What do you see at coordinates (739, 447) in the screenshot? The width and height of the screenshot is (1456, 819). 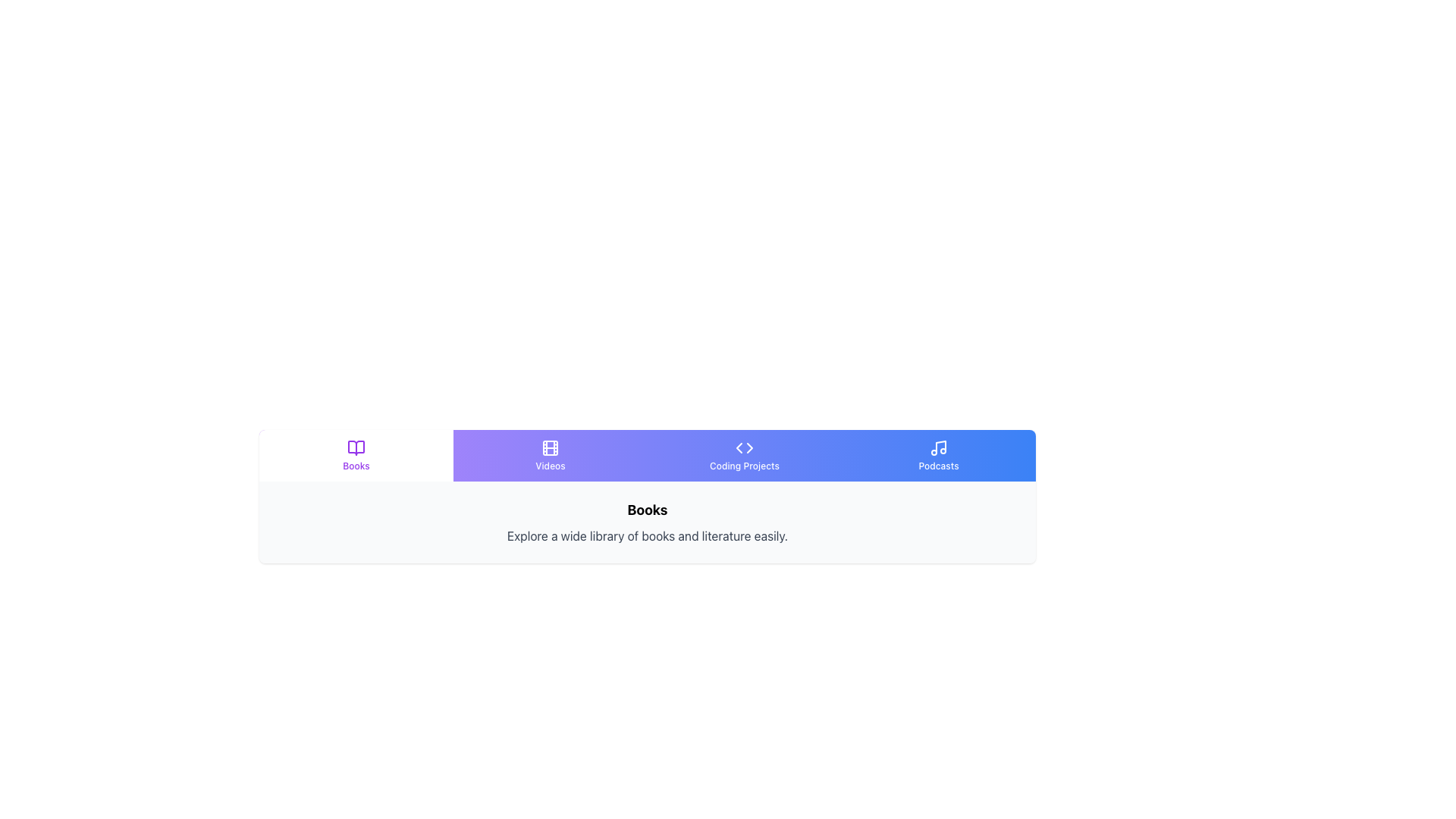 I see `the left triangle of the dual-arrow icon located in the central tab labeled 'Coding Projects'` at bounding box center [739, 447].